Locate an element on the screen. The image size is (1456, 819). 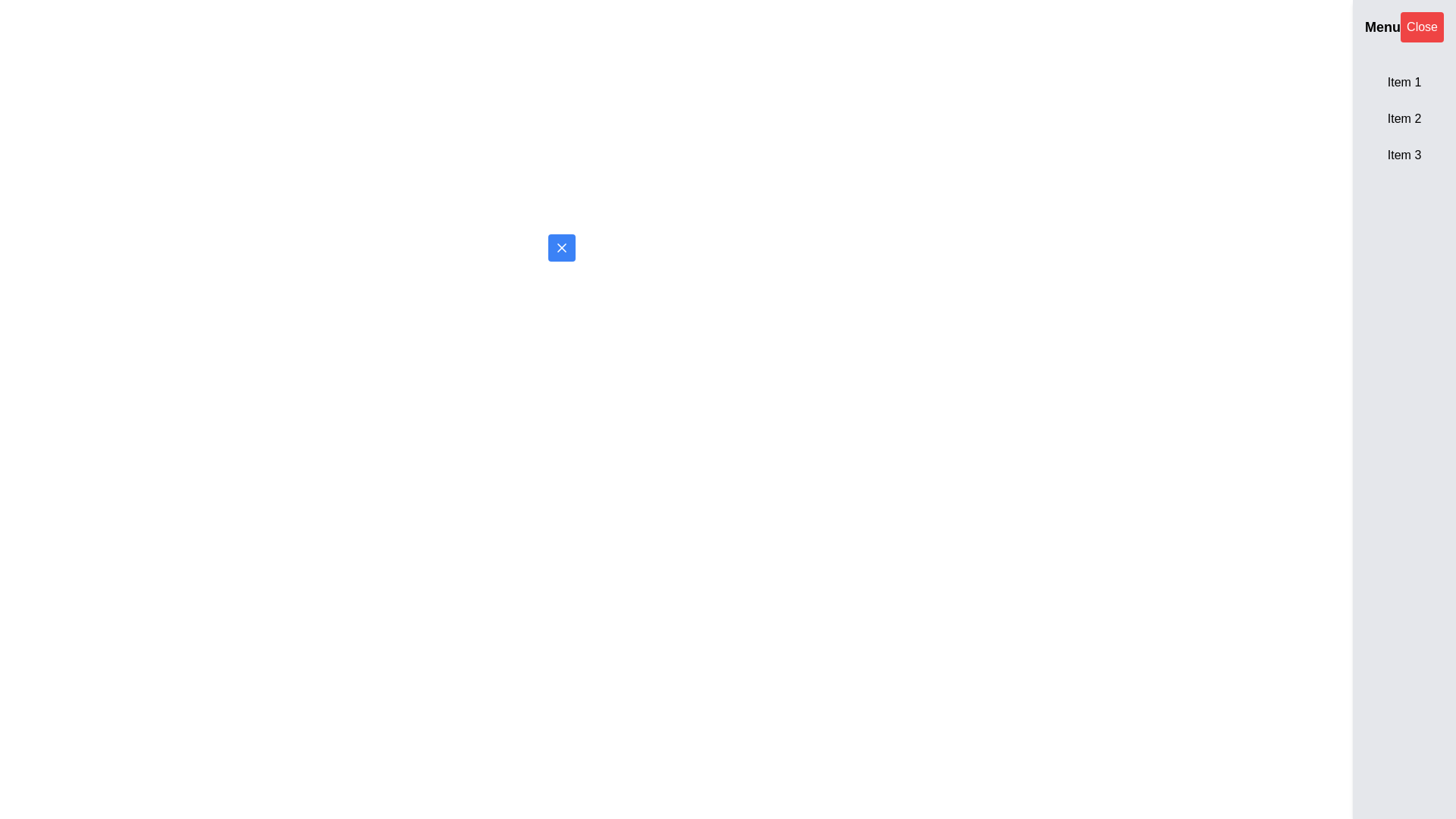
the 'Item 2' text label in the navigation list located on the right side of the interface is located at coordinates (1404, 118).